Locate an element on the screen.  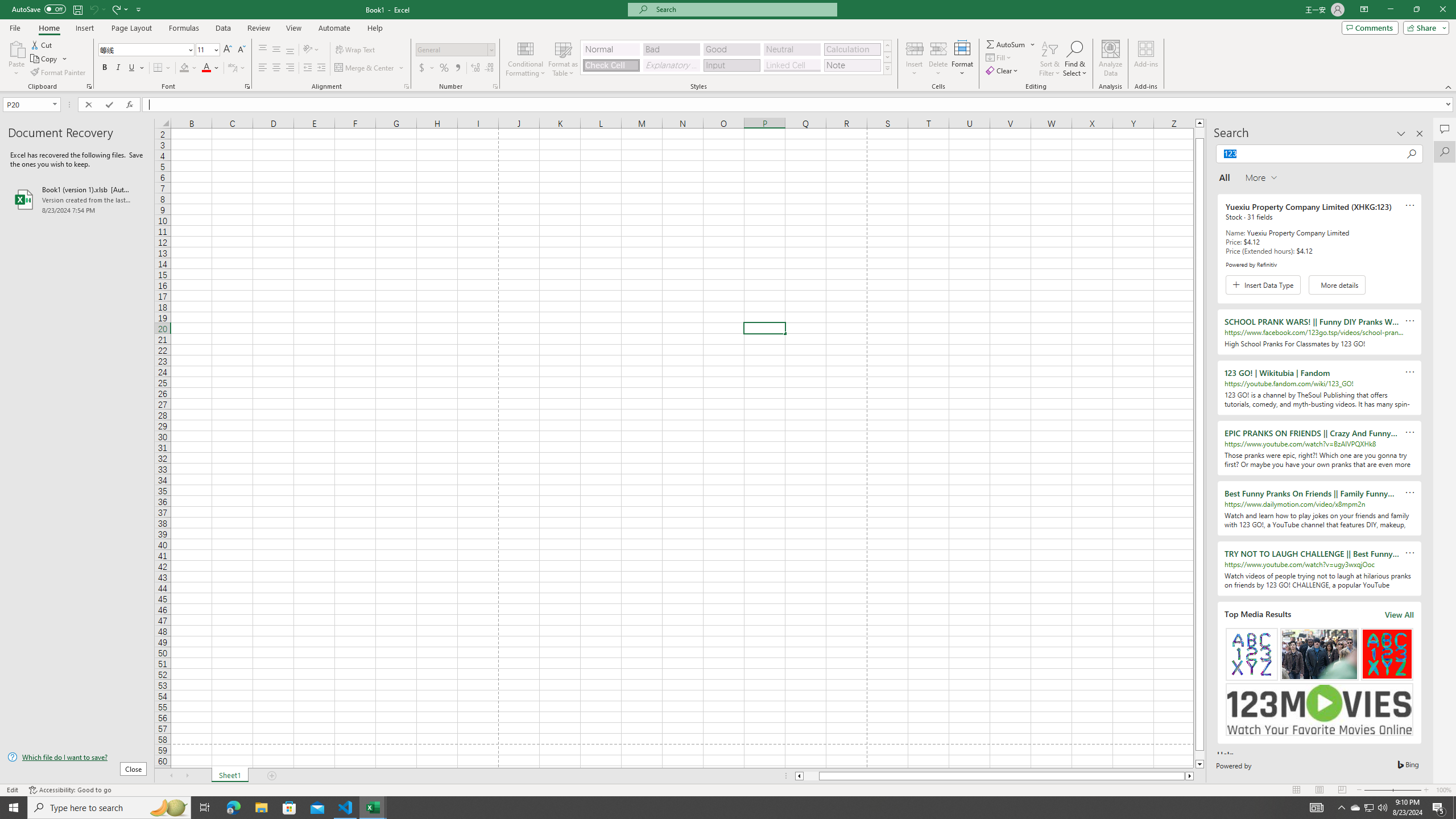
'Bottom Border' is located at coordinates (158, 67).